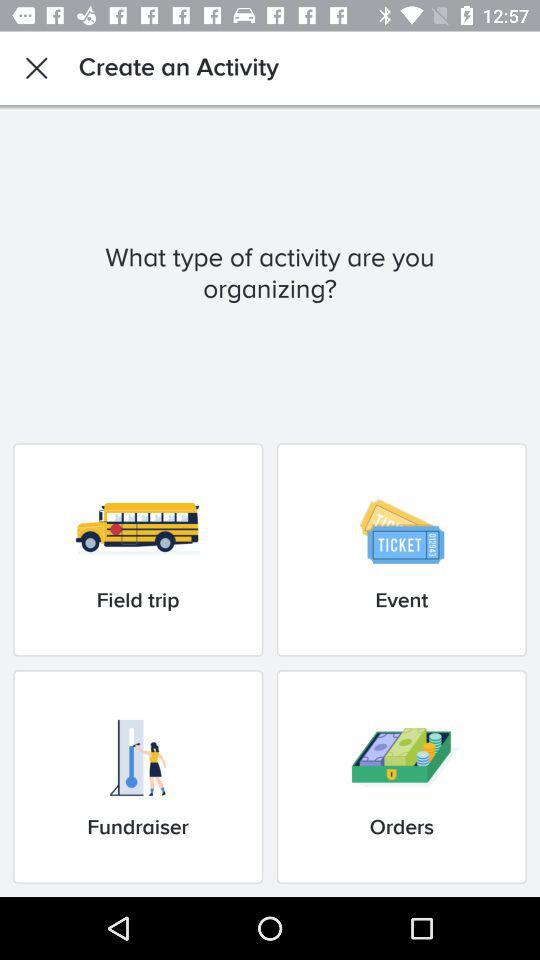  Describe the element at coordinates (401, 549) in the screenshot. I see `icon above the orders icon` at that location.